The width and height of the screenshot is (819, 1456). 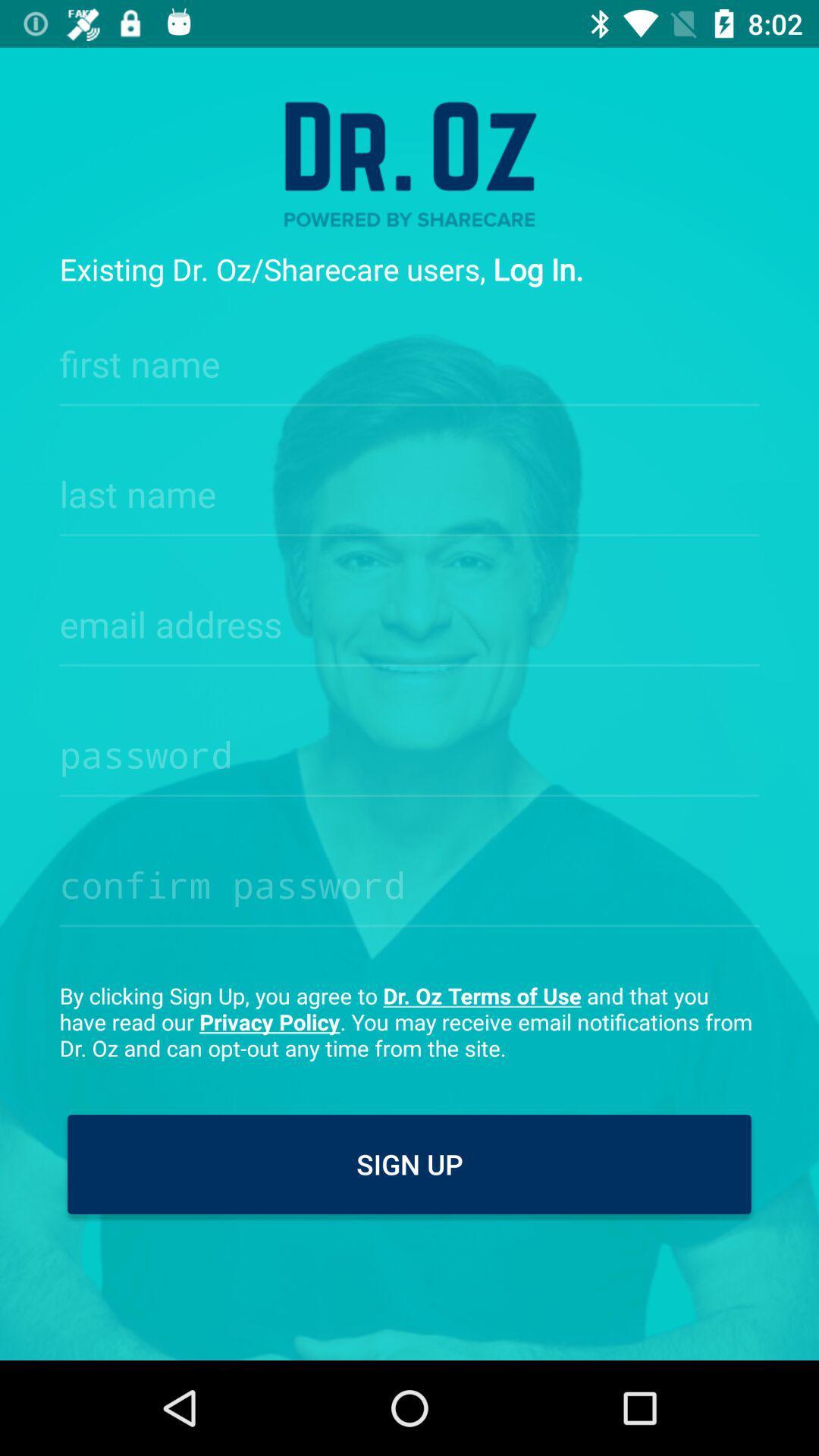 What do you see at coordinates (409, 620) in the screenshot?
I see `where users enter email address` at bounding box center [409, 620].